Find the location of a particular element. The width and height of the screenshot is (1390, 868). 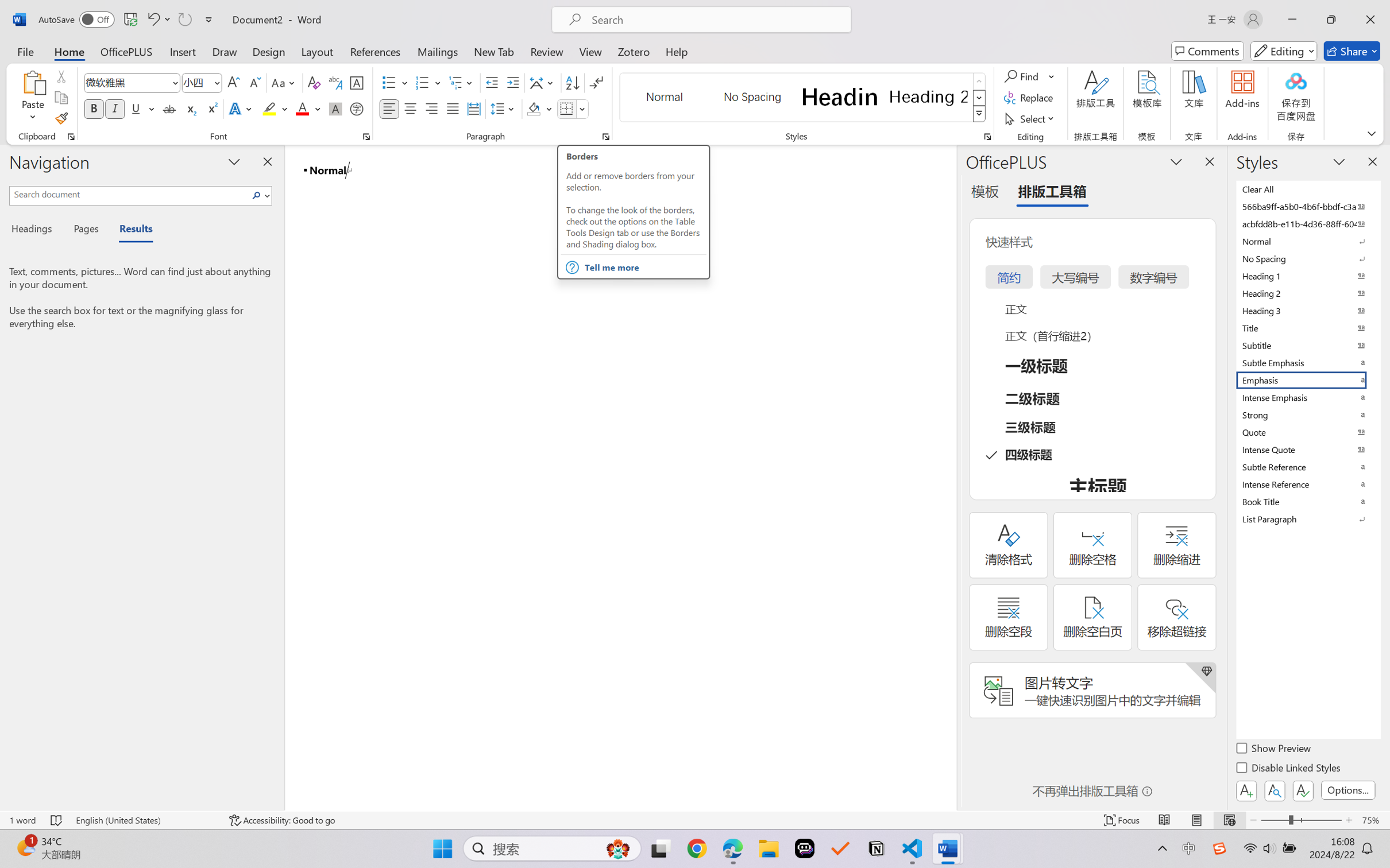

'Zoom' is located at coordinates (1302, 820).